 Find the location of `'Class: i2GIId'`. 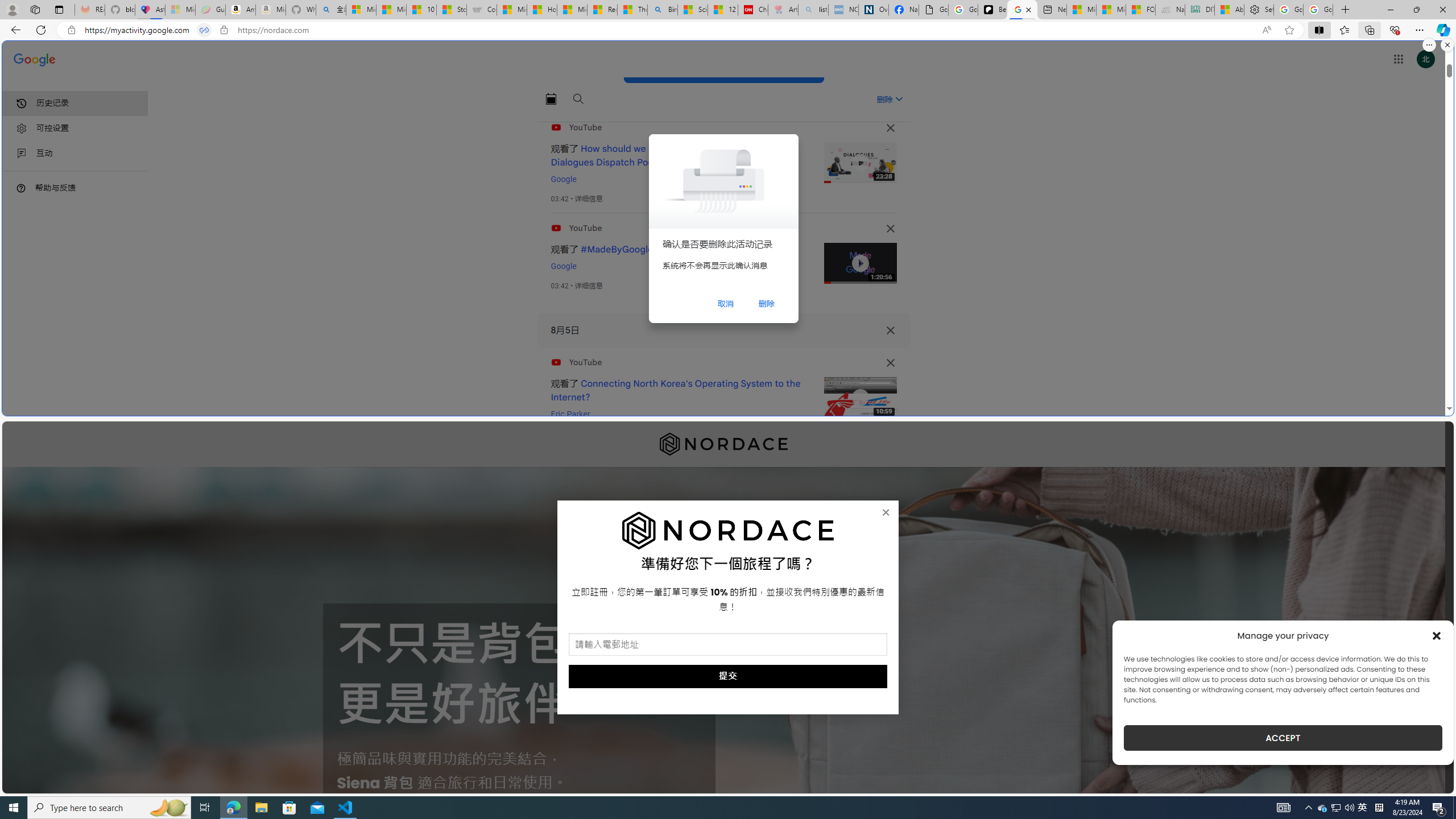

'Class: i2GIId' is located at coordinates (21, 153).